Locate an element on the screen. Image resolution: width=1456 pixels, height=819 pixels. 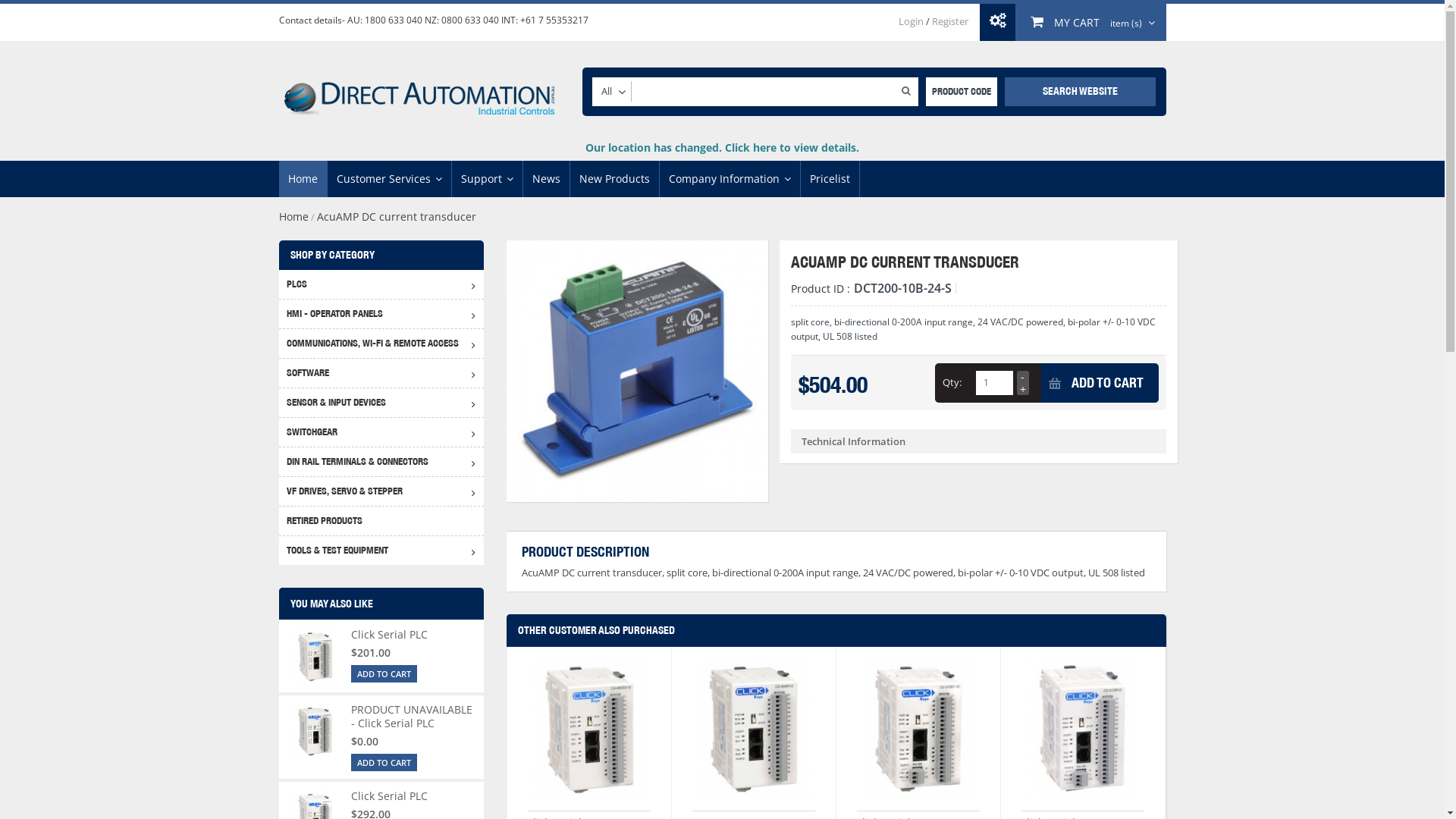
'PLCS' is located at coordinates (279, 284).